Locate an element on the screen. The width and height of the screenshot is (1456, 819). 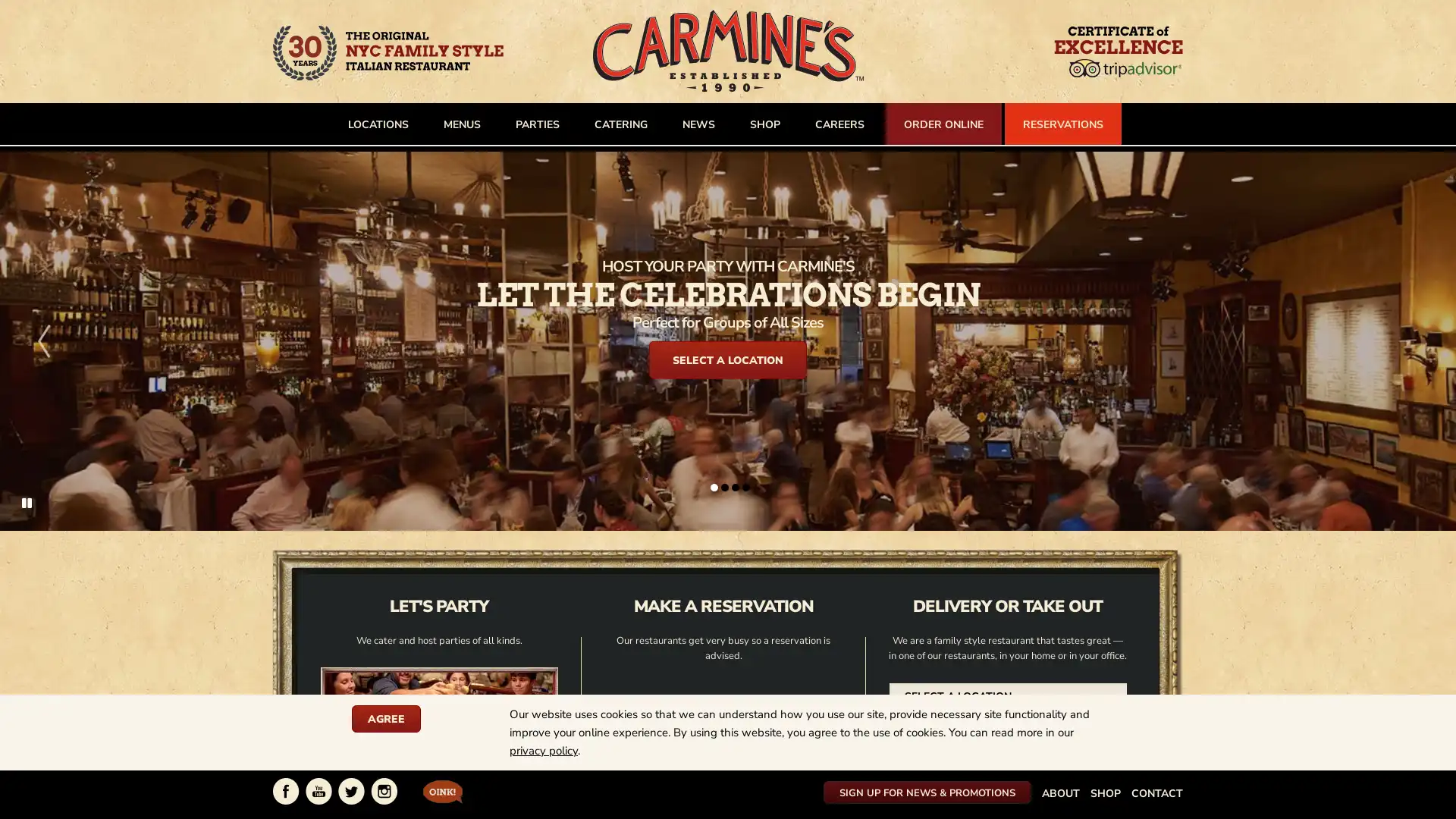
Next is located at coordinates (1411, 340).